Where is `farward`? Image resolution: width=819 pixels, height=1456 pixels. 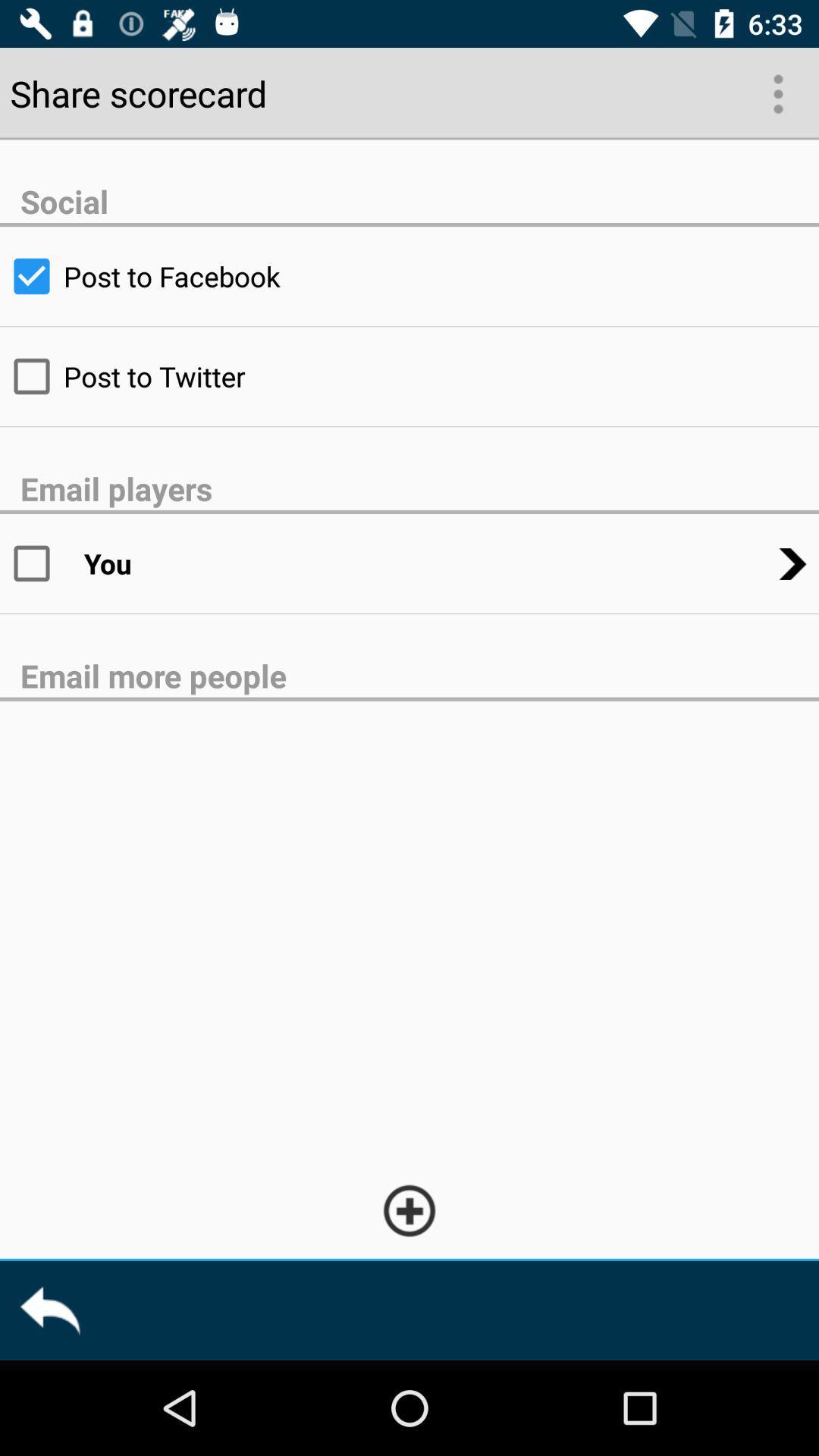
farward is located at coordinates (49, 1310).